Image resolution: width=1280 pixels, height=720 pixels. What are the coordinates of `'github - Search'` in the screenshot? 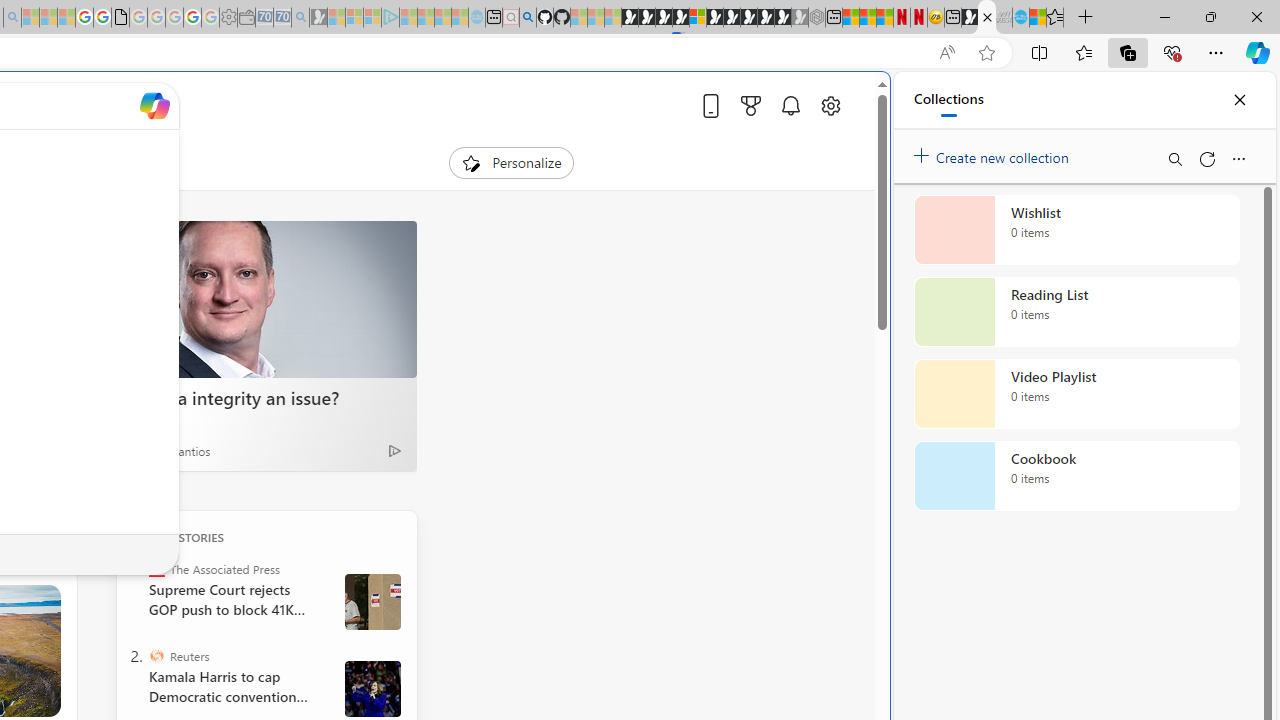 It's located at (528, 17).